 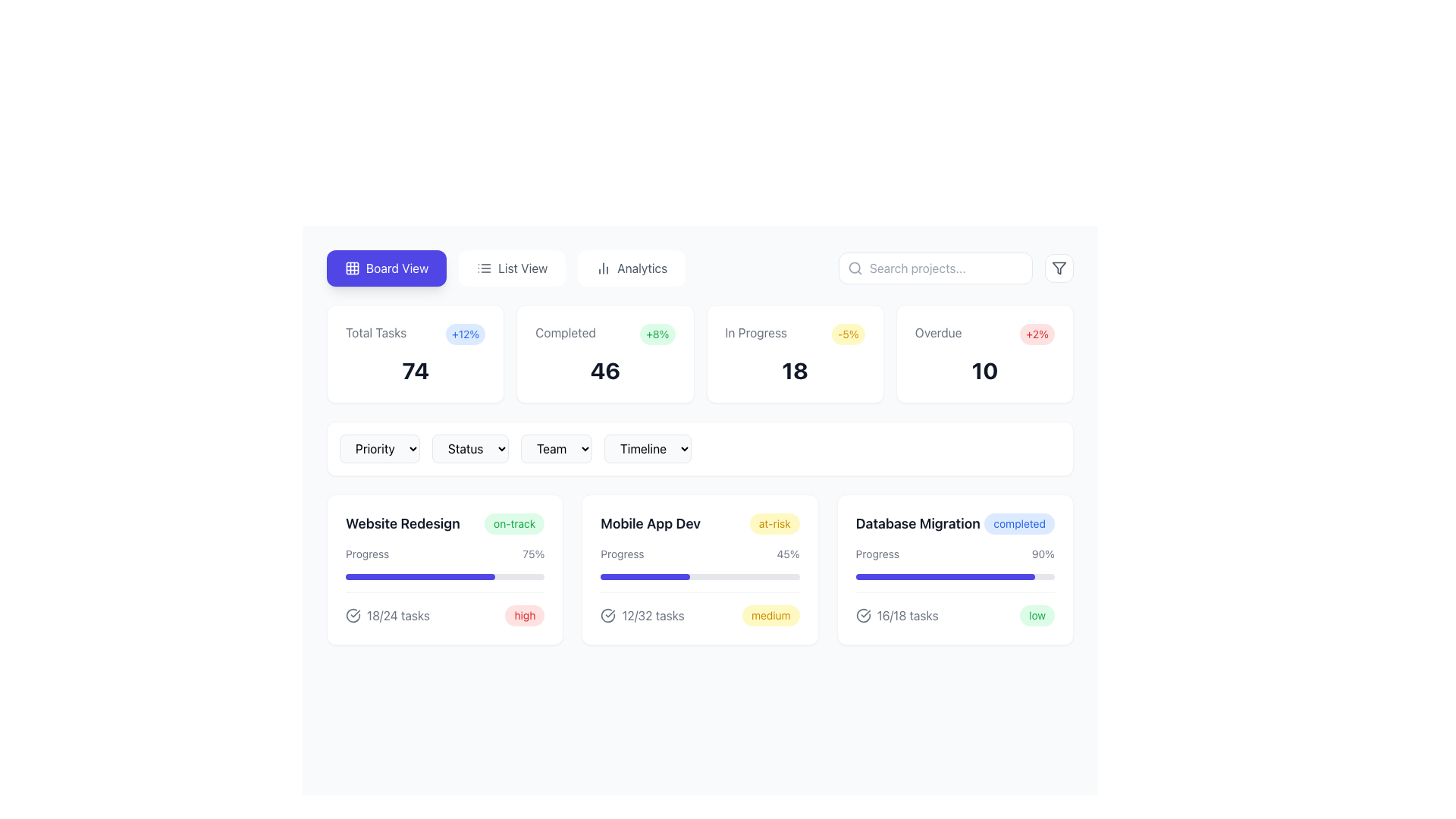 I want to click on the task group summary card representing 'Website Redesign', which is the first card in a three-column grid layout, located below the analytics summary, so click(x=444, y=570).